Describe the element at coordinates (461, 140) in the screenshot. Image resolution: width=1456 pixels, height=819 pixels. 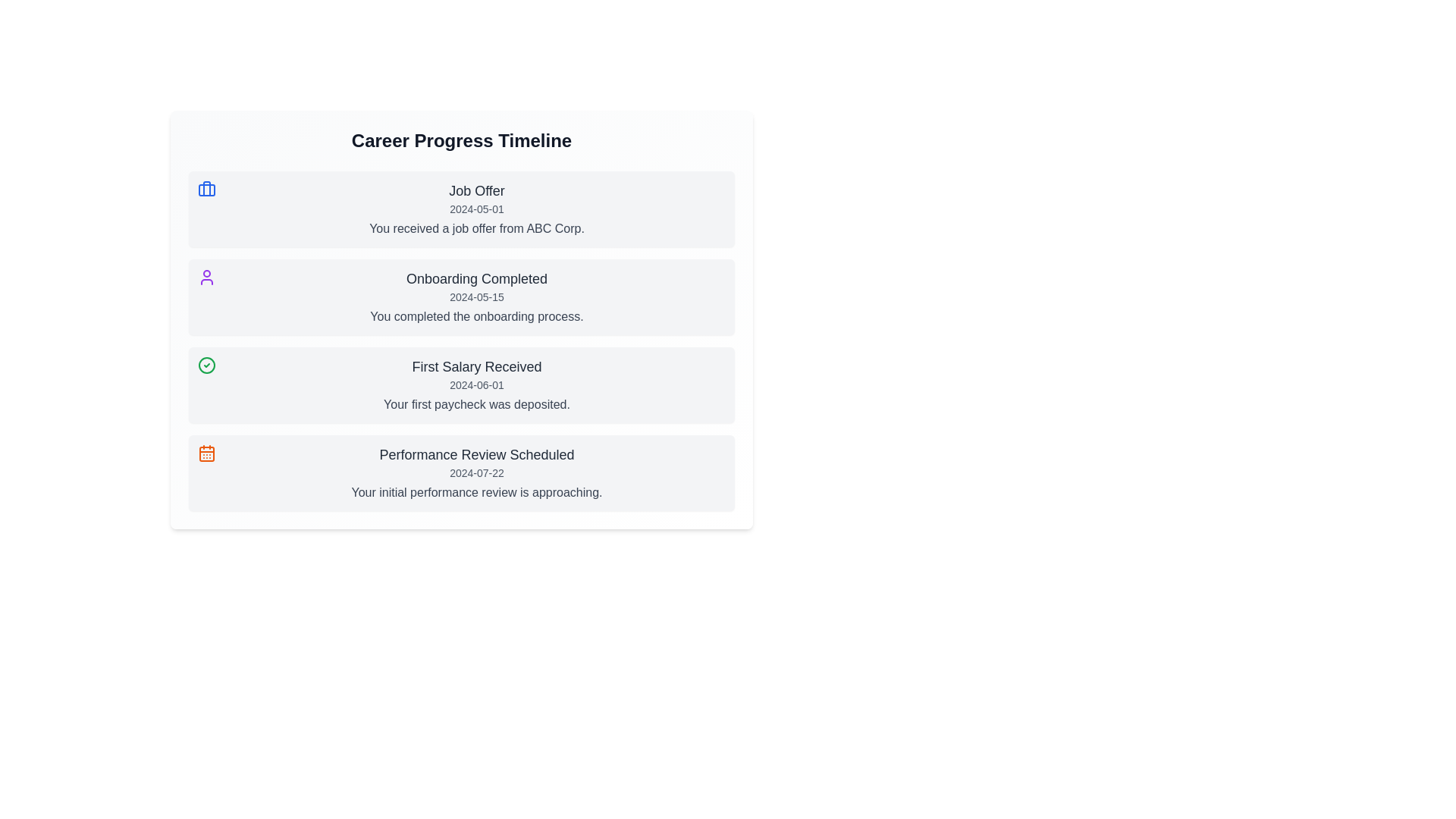
I see `the text element with the content 'Career Progress Timeline', which is styled in large, bold, dark gray font and located at the top center of the card layout` at that location.